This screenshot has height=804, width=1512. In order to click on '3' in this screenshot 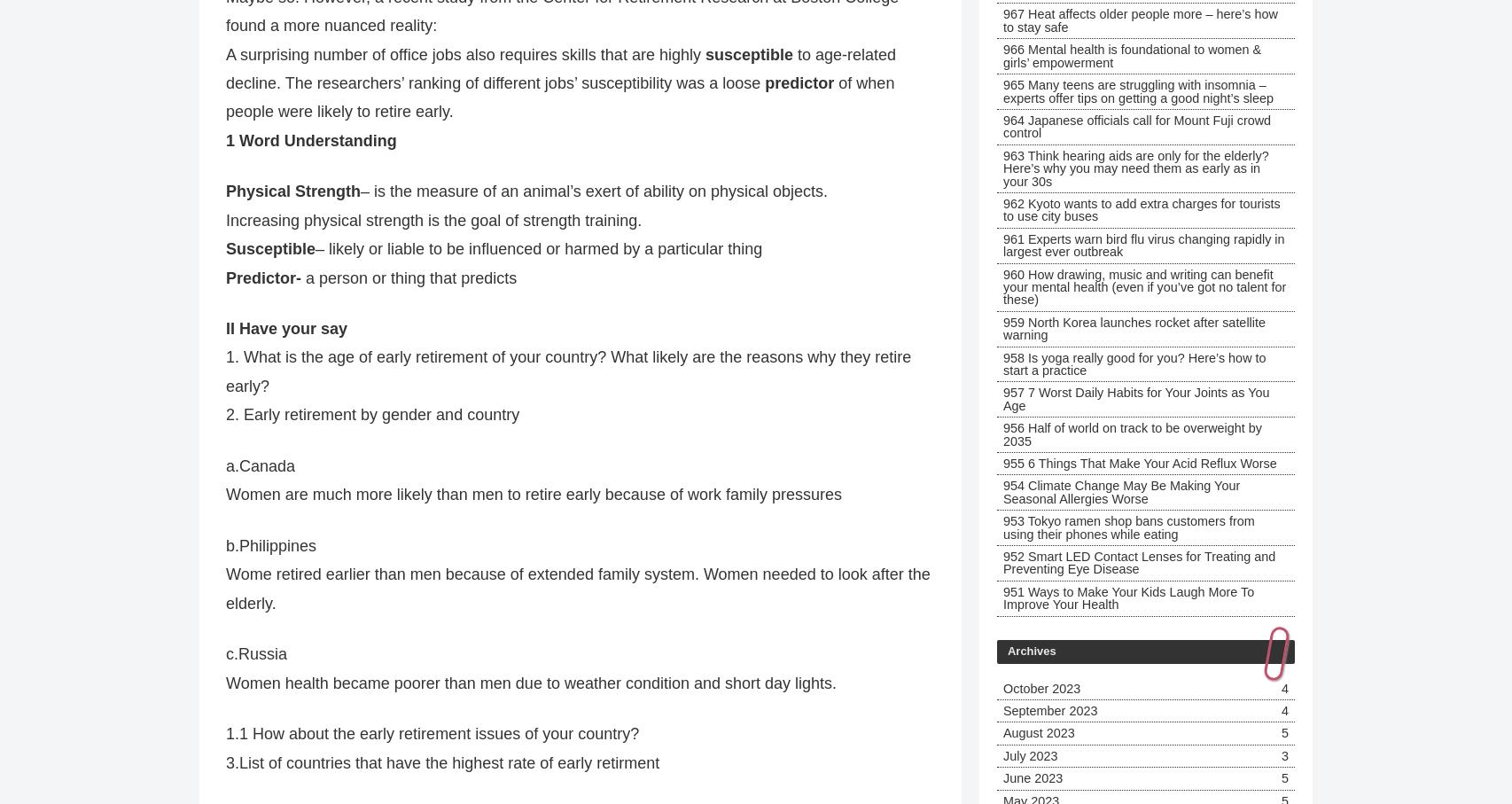, I will do `click(1283, 754)`.